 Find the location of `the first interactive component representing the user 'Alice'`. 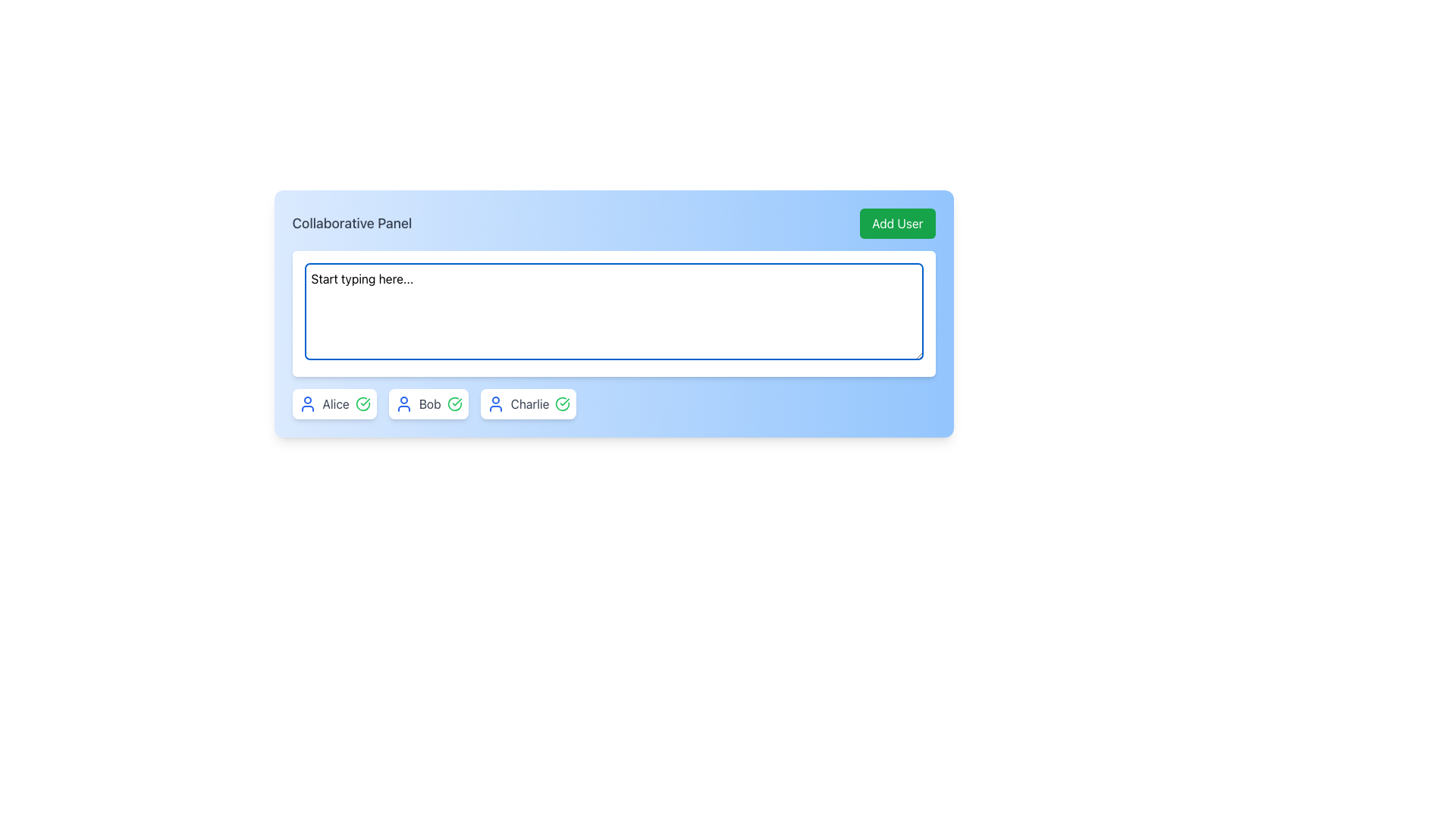

the first interactive component representing the user 'Alice' is located at coordinates (334, 403).